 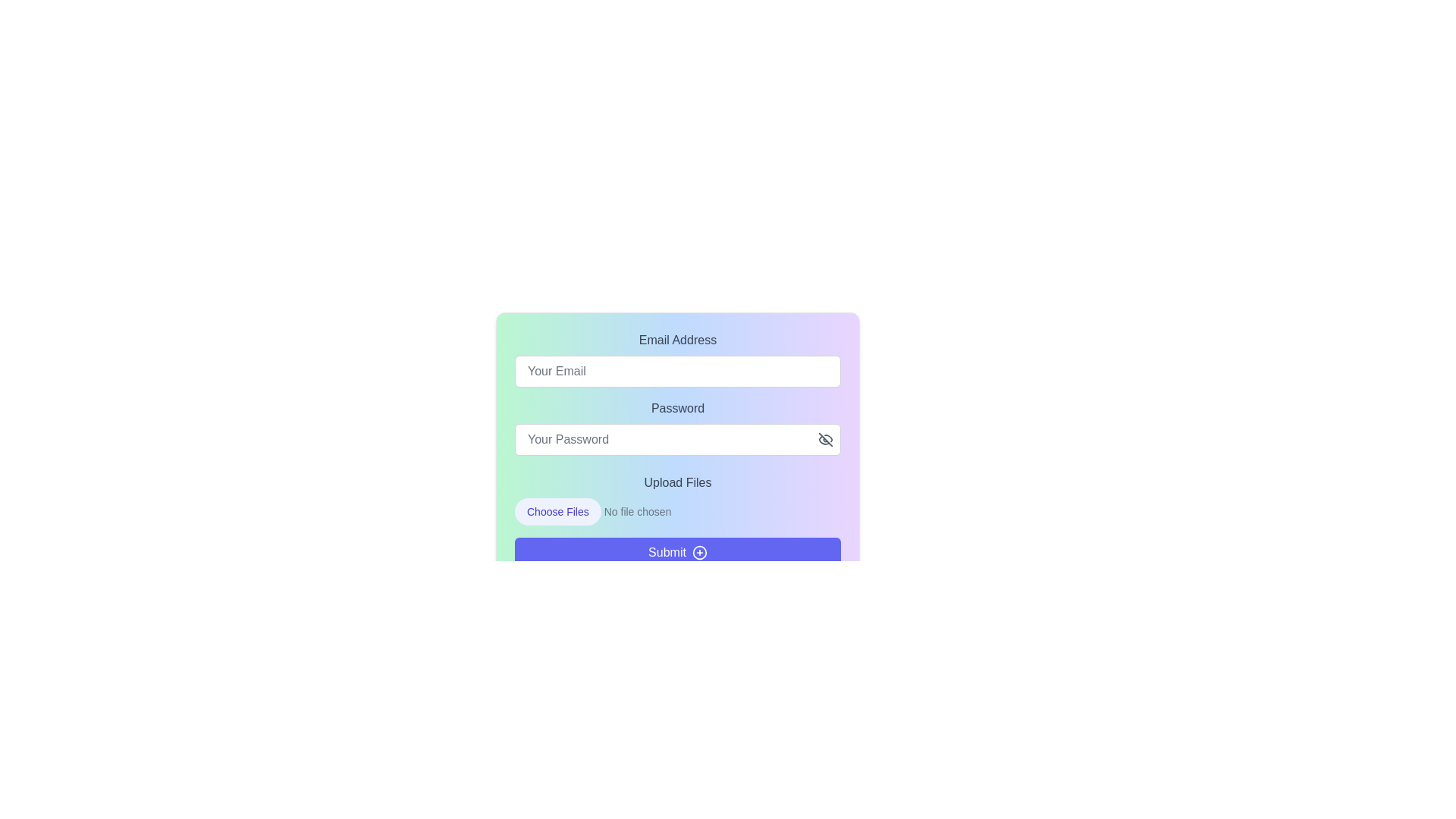 What do you see at coordinates (676, 339) in the screenshot?
I see `the text label that serves as a context for the email input field, located directly above the 'Your Email' text input` at bounding box center [676, 339].